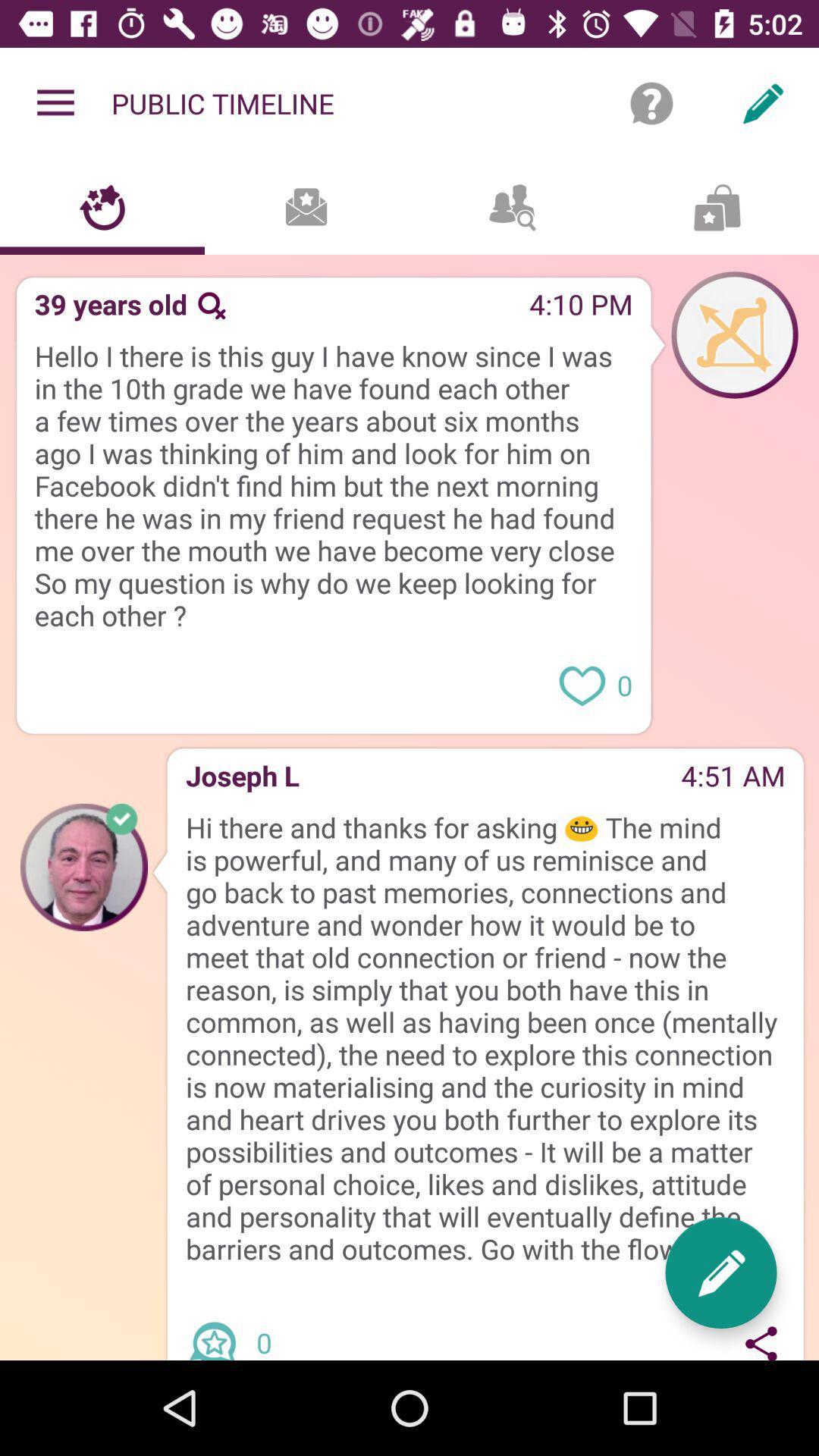  What do you see at coordinates (720, 1272) in the screenshot?
I see `type message` at bounding box center [720, 1272].